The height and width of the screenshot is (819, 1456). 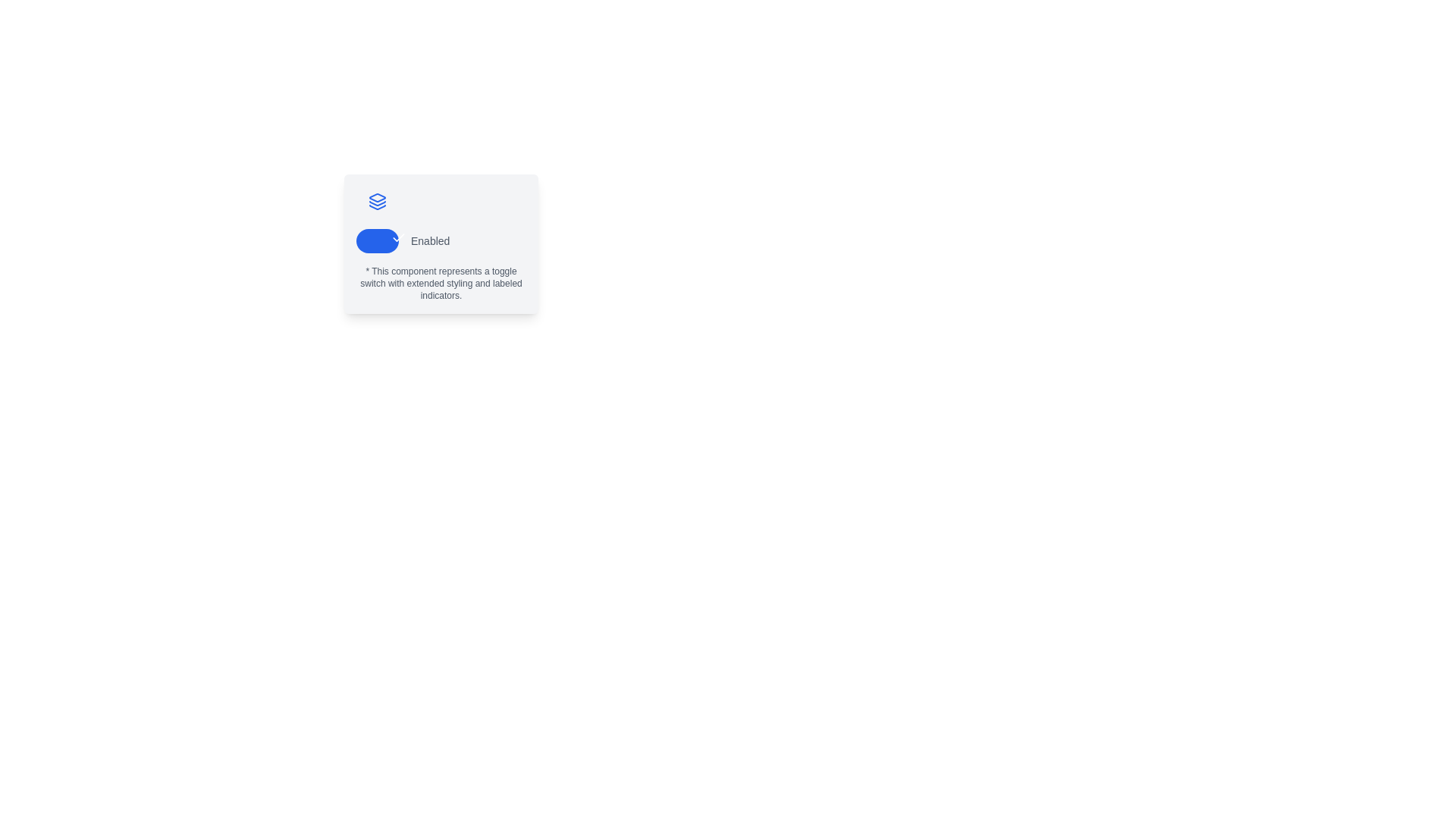 What do you see at coordinates (429, 240) in the screenshot?
I see `the text label that displays the word 'Enabled', which is rendered in a small gray font and is located to the right of a toggle switch component` at bounding box center [429, 240].